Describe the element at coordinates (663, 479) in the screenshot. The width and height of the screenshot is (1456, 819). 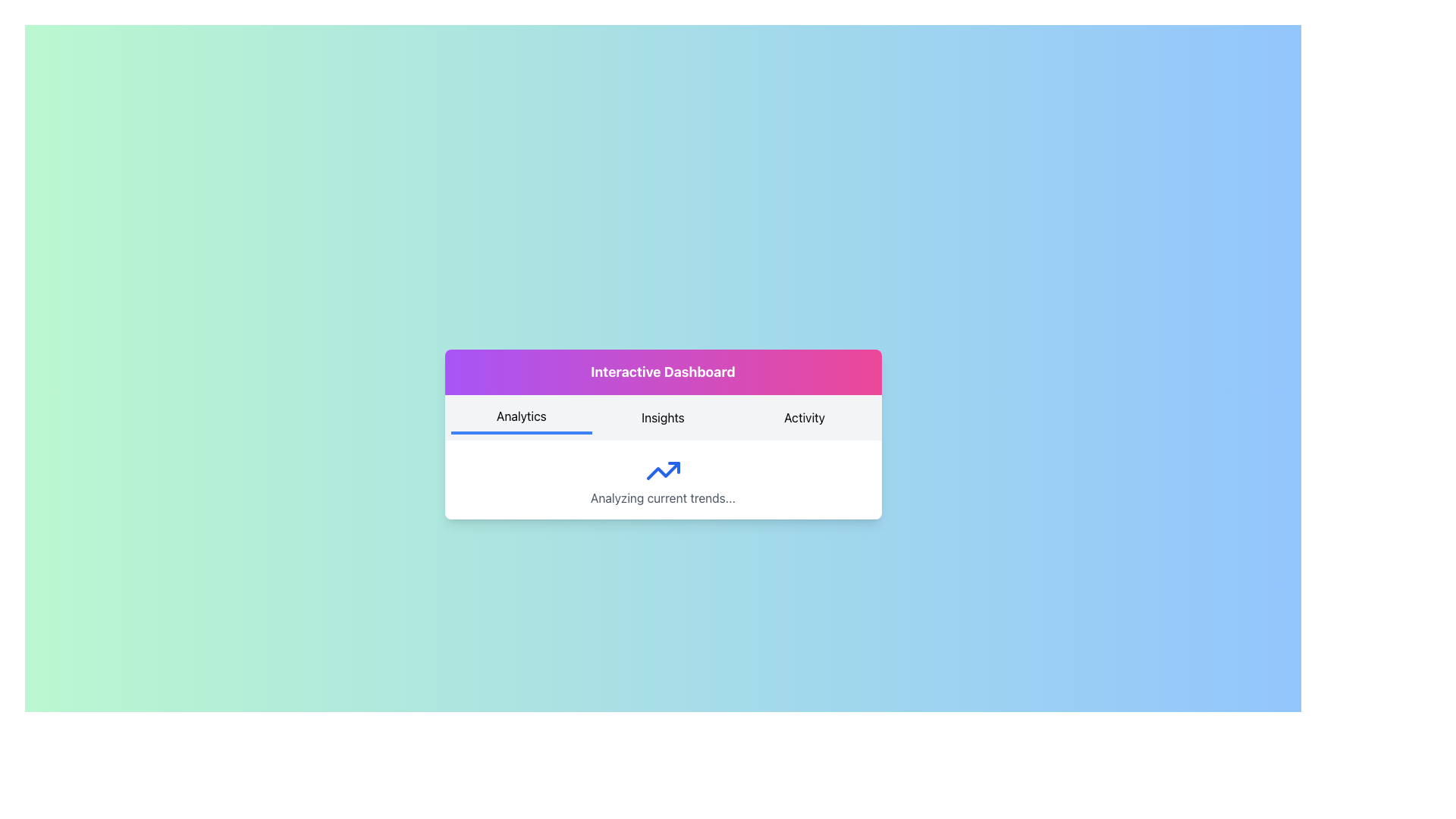
I see `the decorative and informational text with an icon located centrally beneath the navigation tabs of 'Analytics', 'Insights', and 'Activity' in the 'Interactive Dashboard'` at that location.